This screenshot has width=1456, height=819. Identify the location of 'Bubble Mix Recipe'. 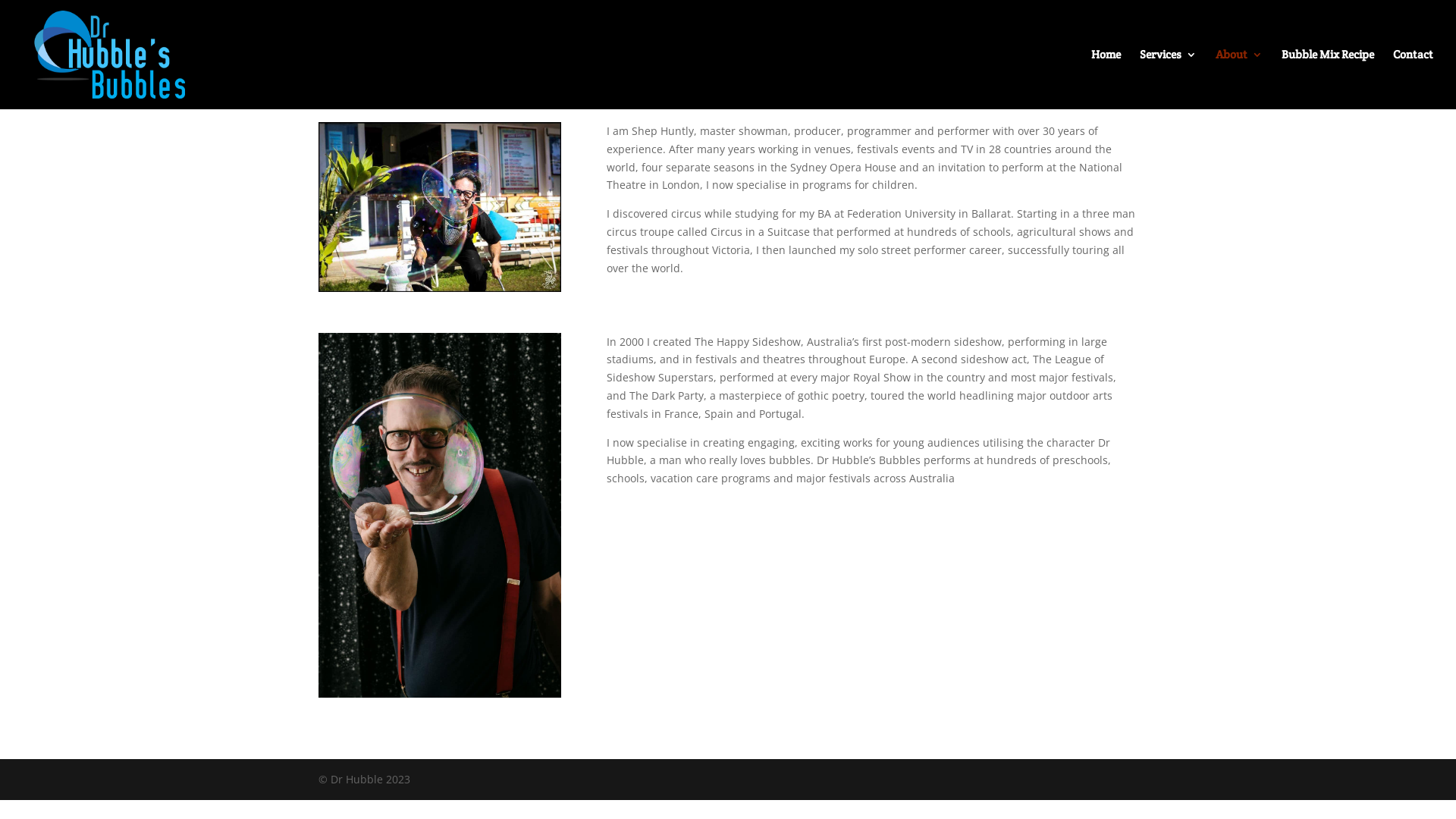
(1327, 79).